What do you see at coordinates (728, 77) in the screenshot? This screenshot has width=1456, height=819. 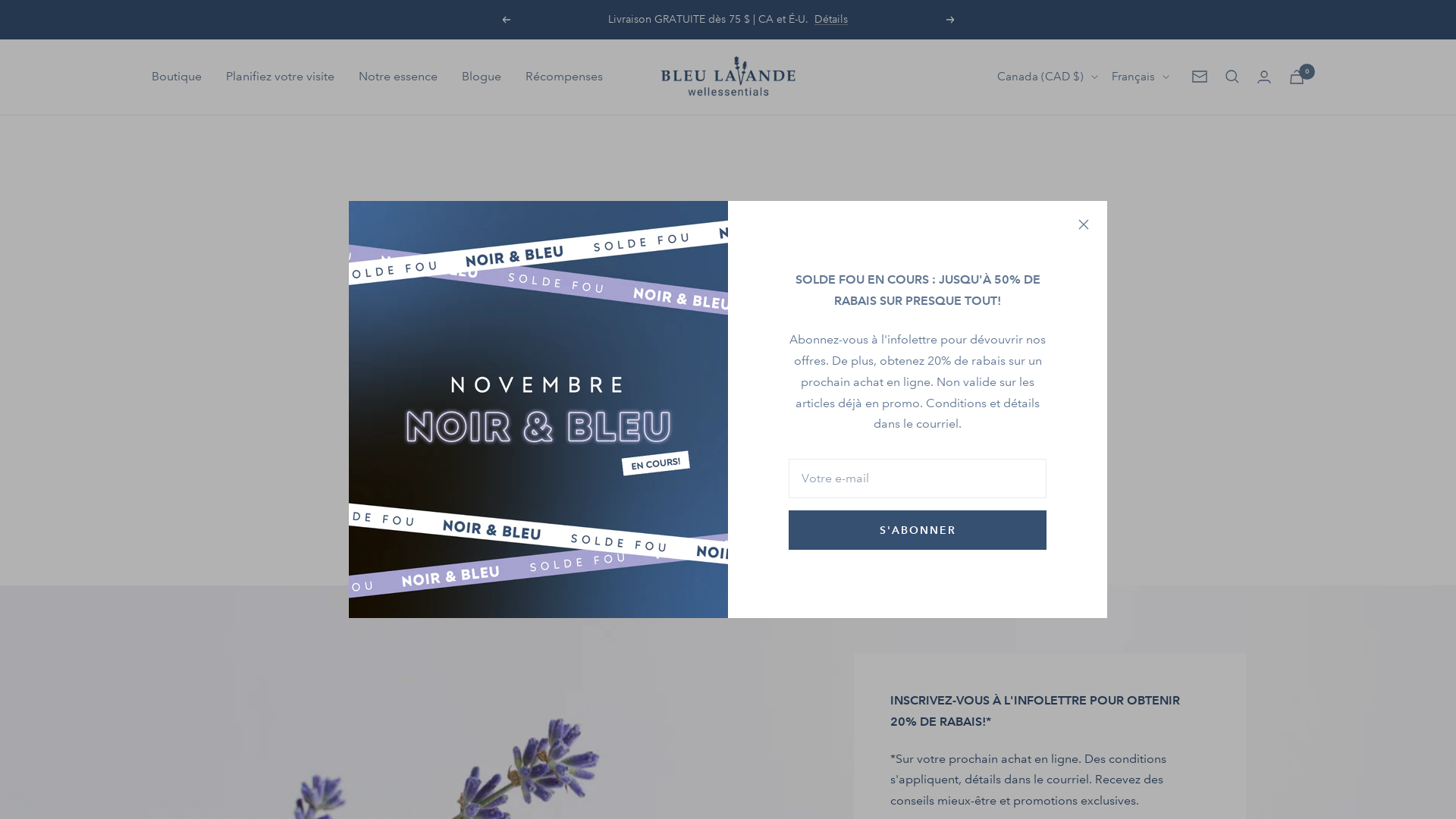 I see `'Bleu Lavande'` at bounding box center [728, 77].